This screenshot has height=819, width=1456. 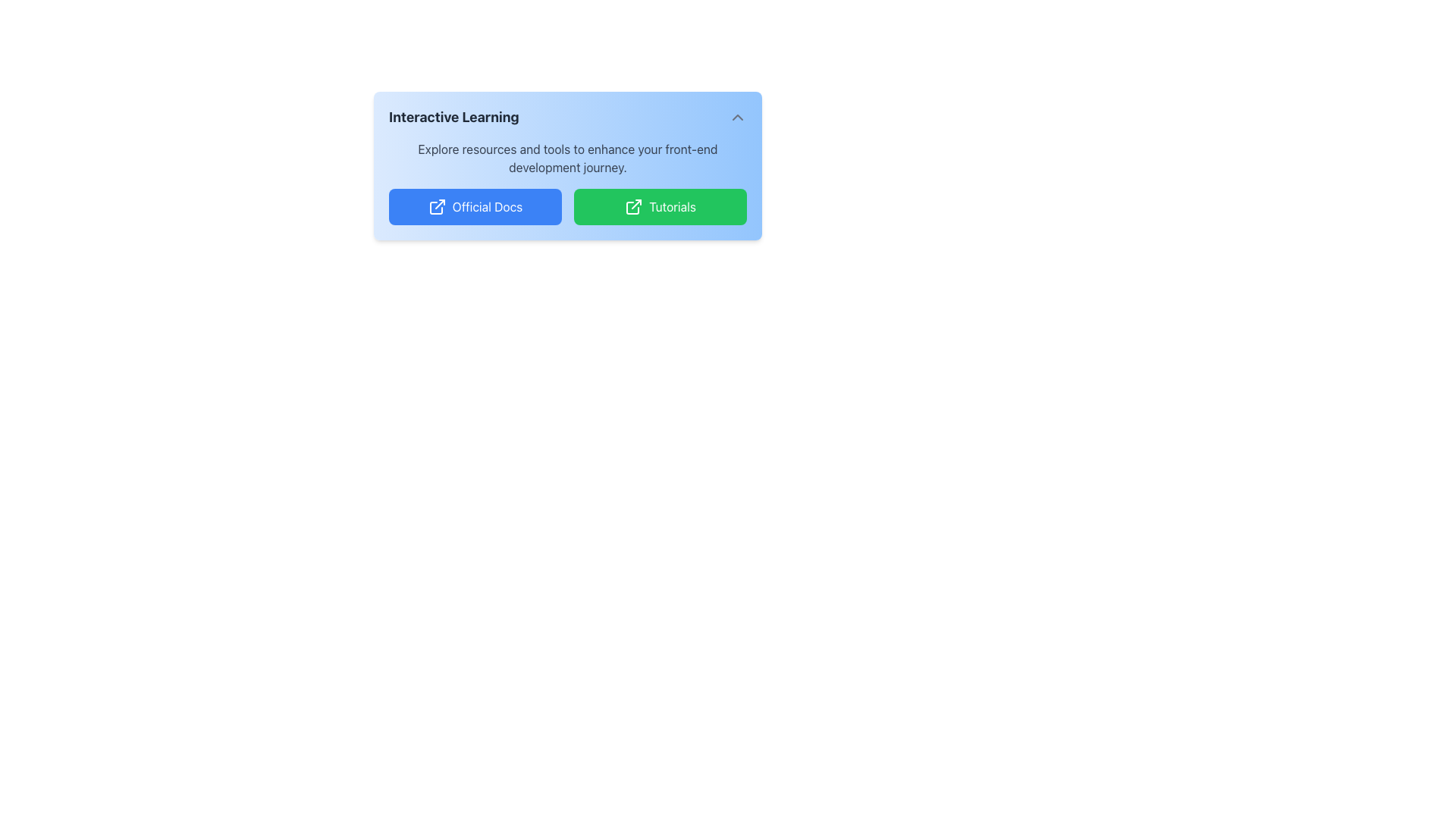 I want to click on header text at the top left of the card-like section, which provides context for the content below, so click(x=453, y=116).